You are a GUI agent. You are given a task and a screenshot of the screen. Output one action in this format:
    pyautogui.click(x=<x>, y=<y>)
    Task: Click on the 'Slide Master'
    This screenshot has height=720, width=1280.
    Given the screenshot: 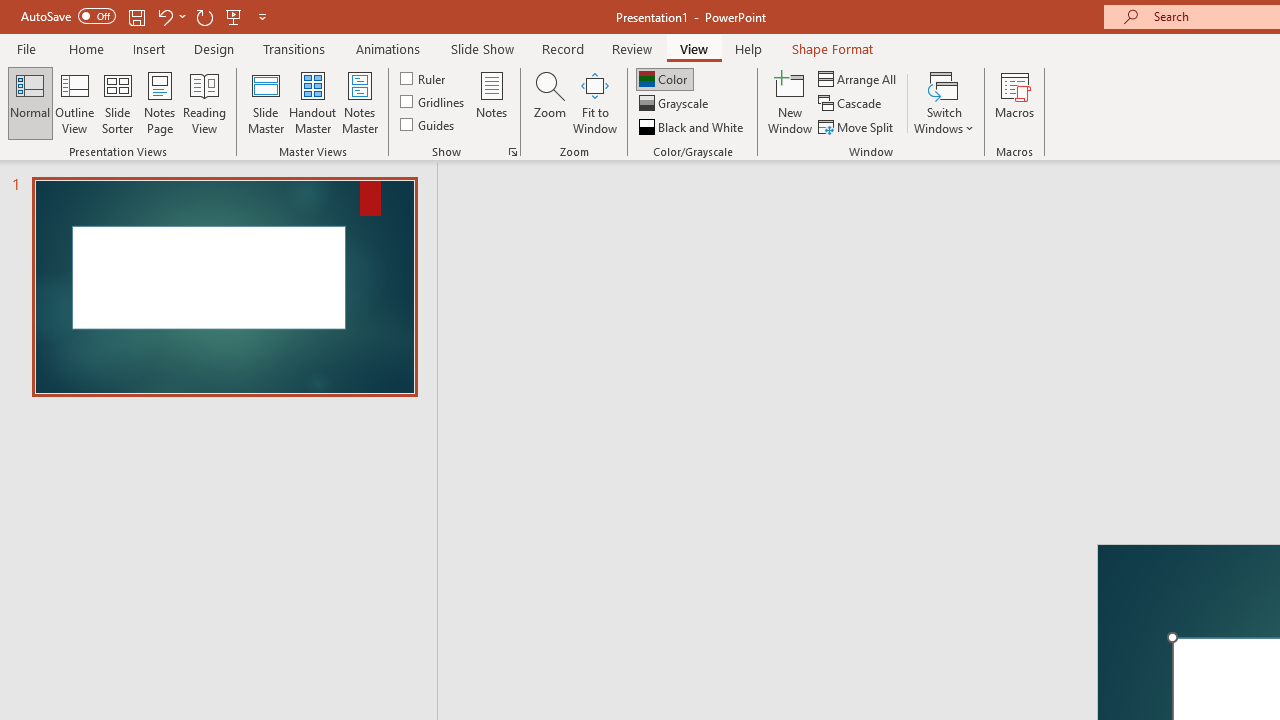 What is the action you would take?
    pyautogui.click(x=264, y=103)
    